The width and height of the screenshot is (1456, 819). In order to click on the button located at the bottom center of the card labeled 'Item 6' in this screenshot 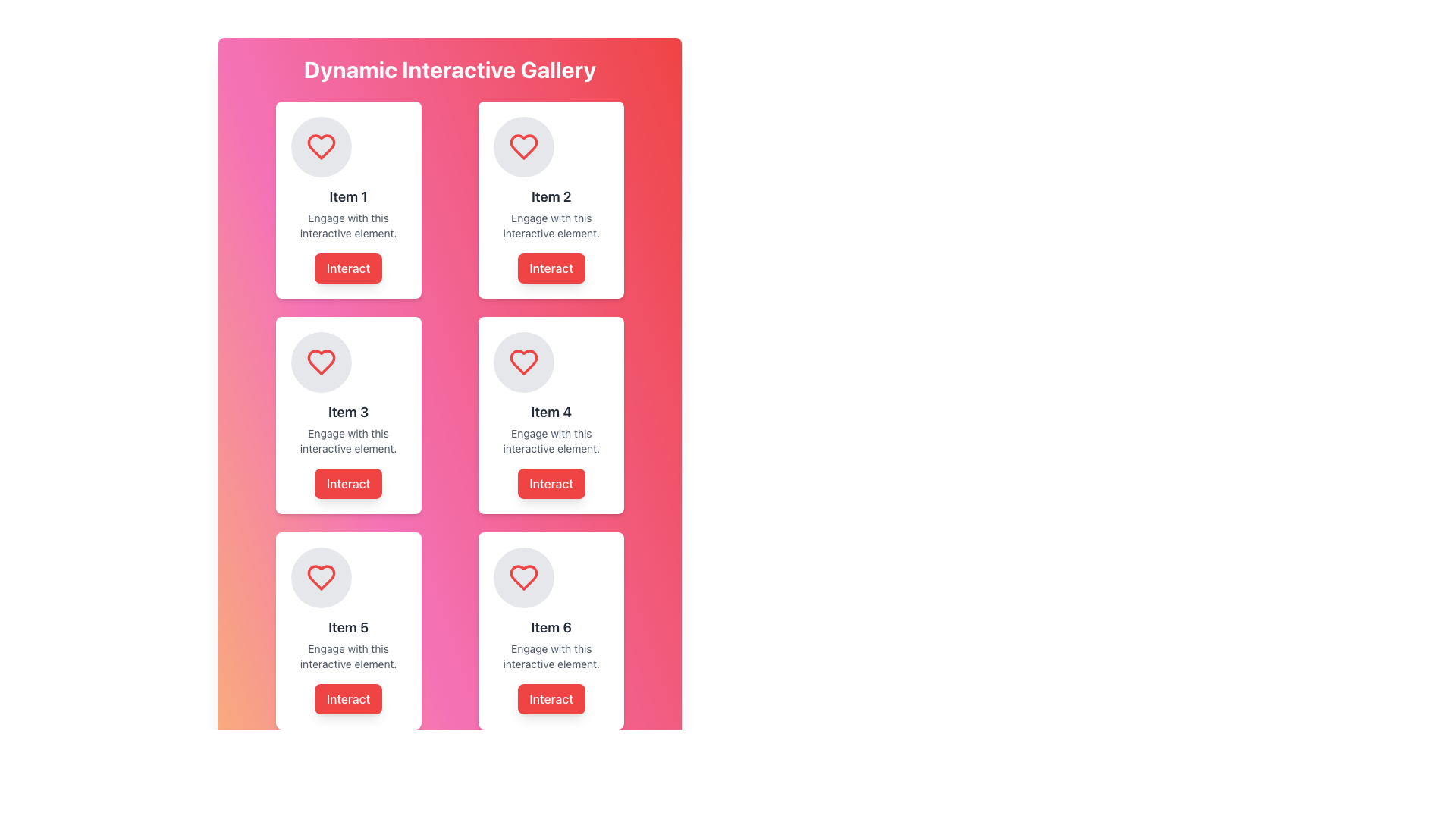, I will do `click(550, 698)`.